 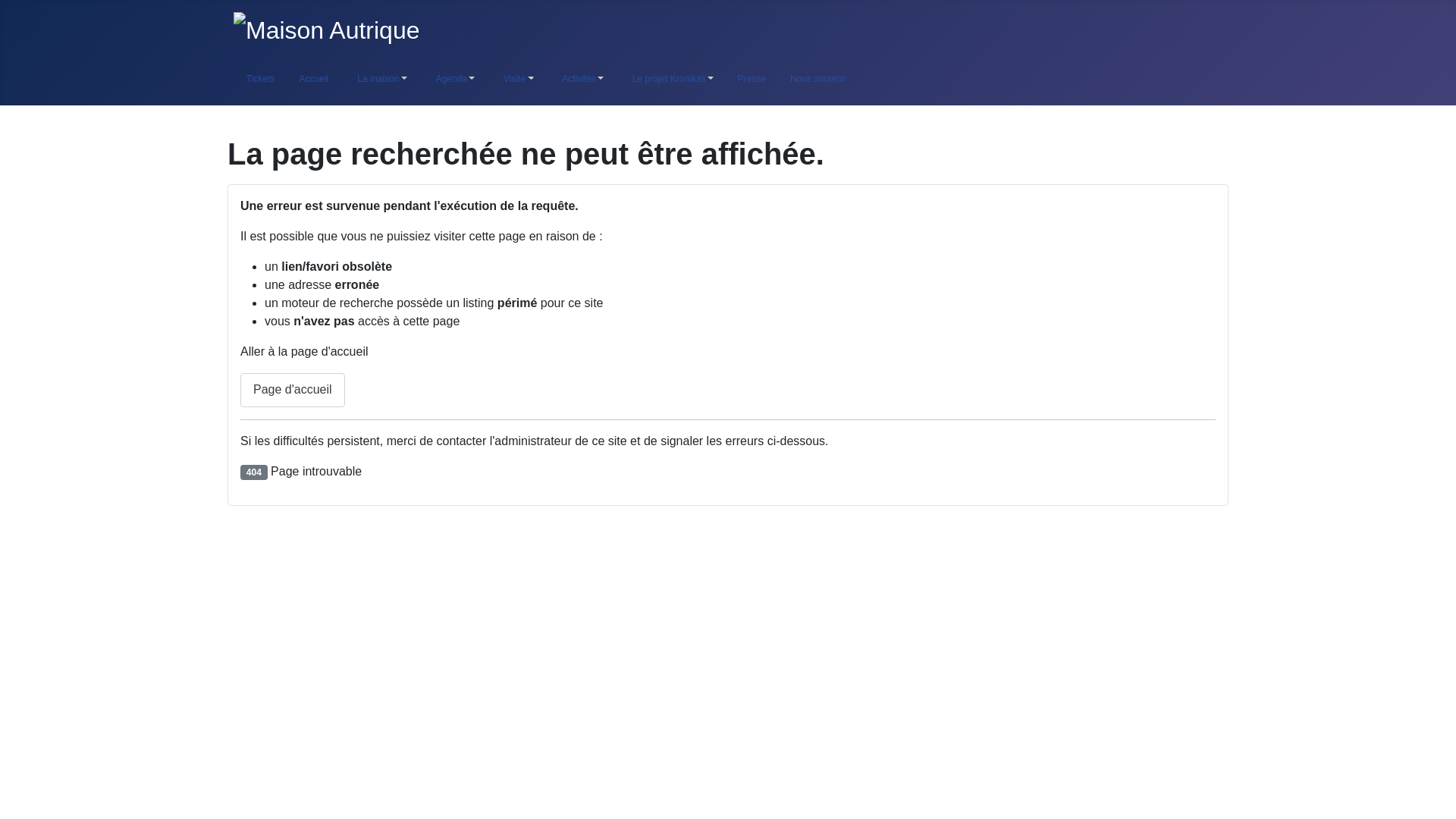 What do you see at coordinates (669, 79) in the screenshot?
I see `'Le projet Kronikas'` at bounding box center [669, 79].